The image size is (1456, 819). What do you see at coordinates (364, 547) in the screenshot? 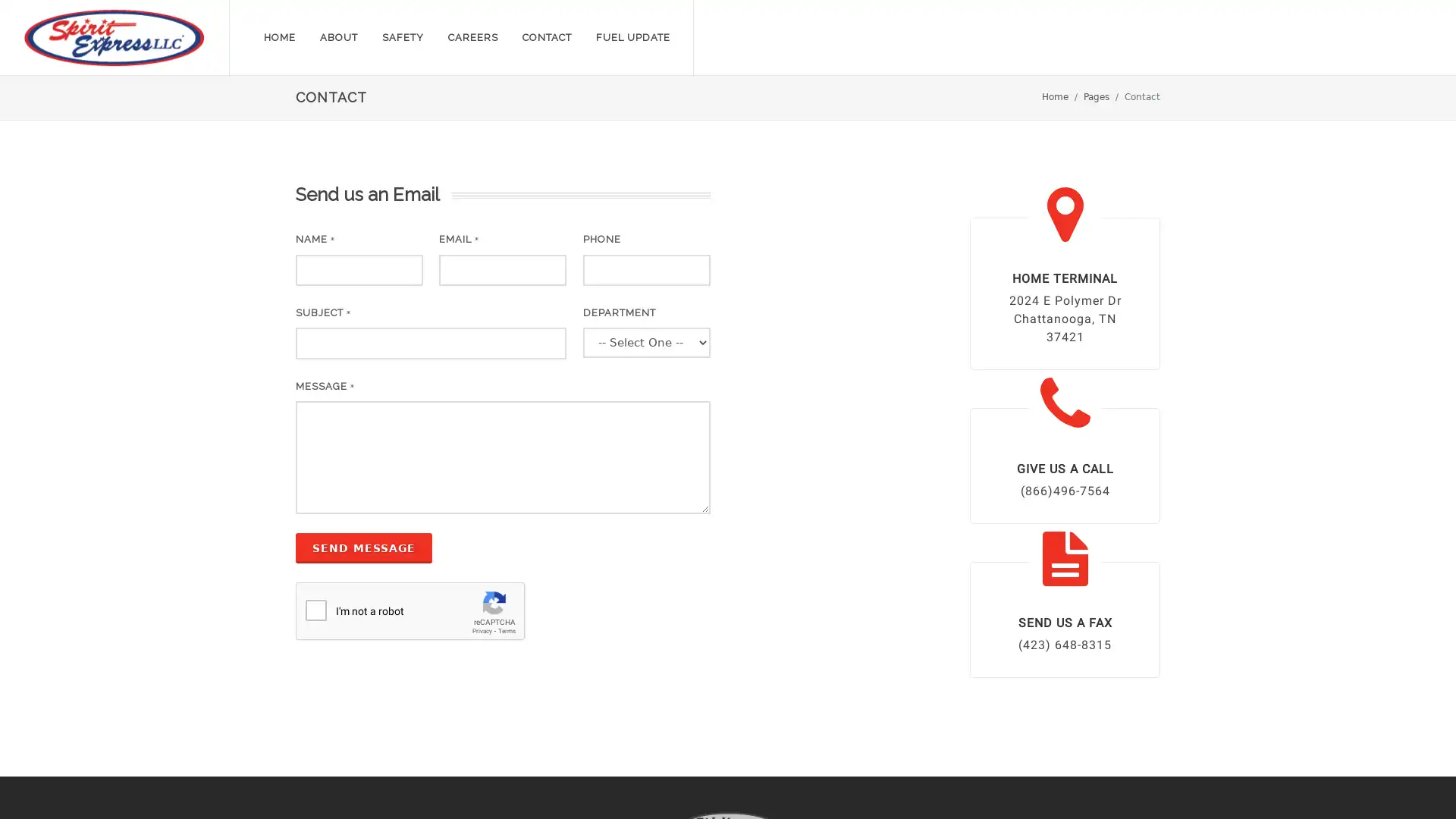
I see `SEND MESSAGE` at bounding box center [364, 547].